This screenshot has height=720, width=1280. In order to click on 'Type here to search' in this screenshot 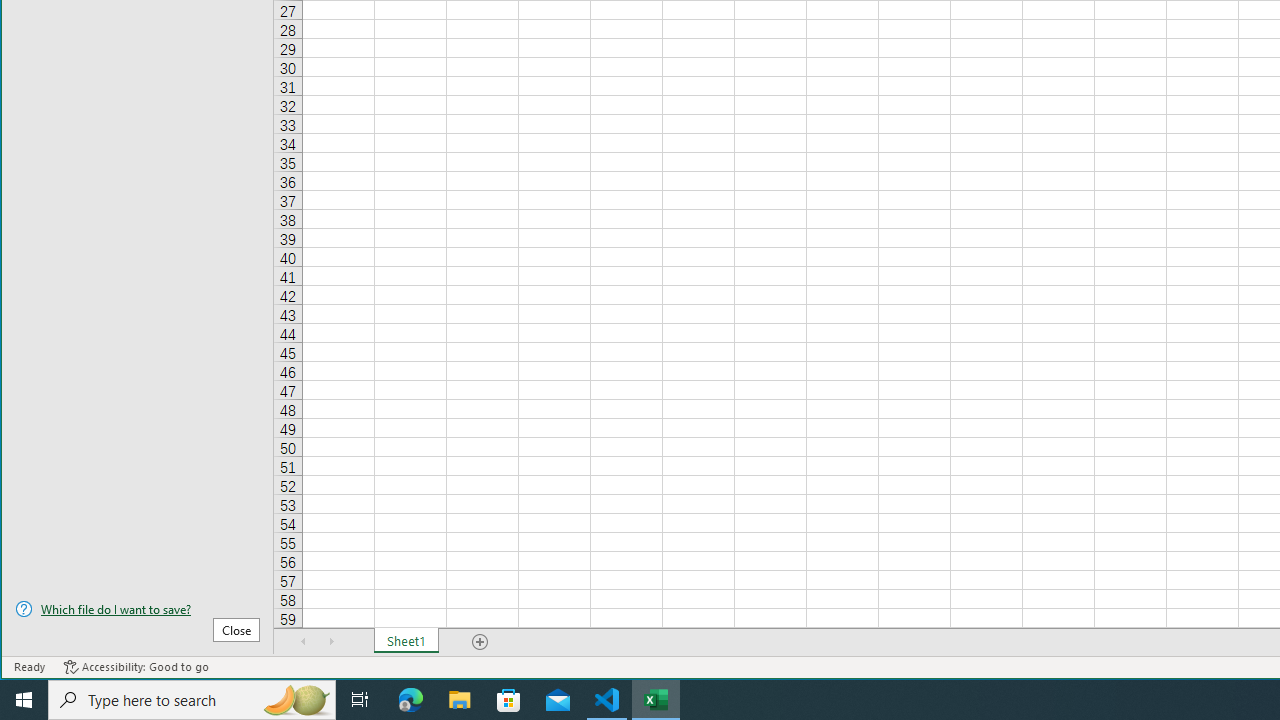, I will do `click(192, 698)`.